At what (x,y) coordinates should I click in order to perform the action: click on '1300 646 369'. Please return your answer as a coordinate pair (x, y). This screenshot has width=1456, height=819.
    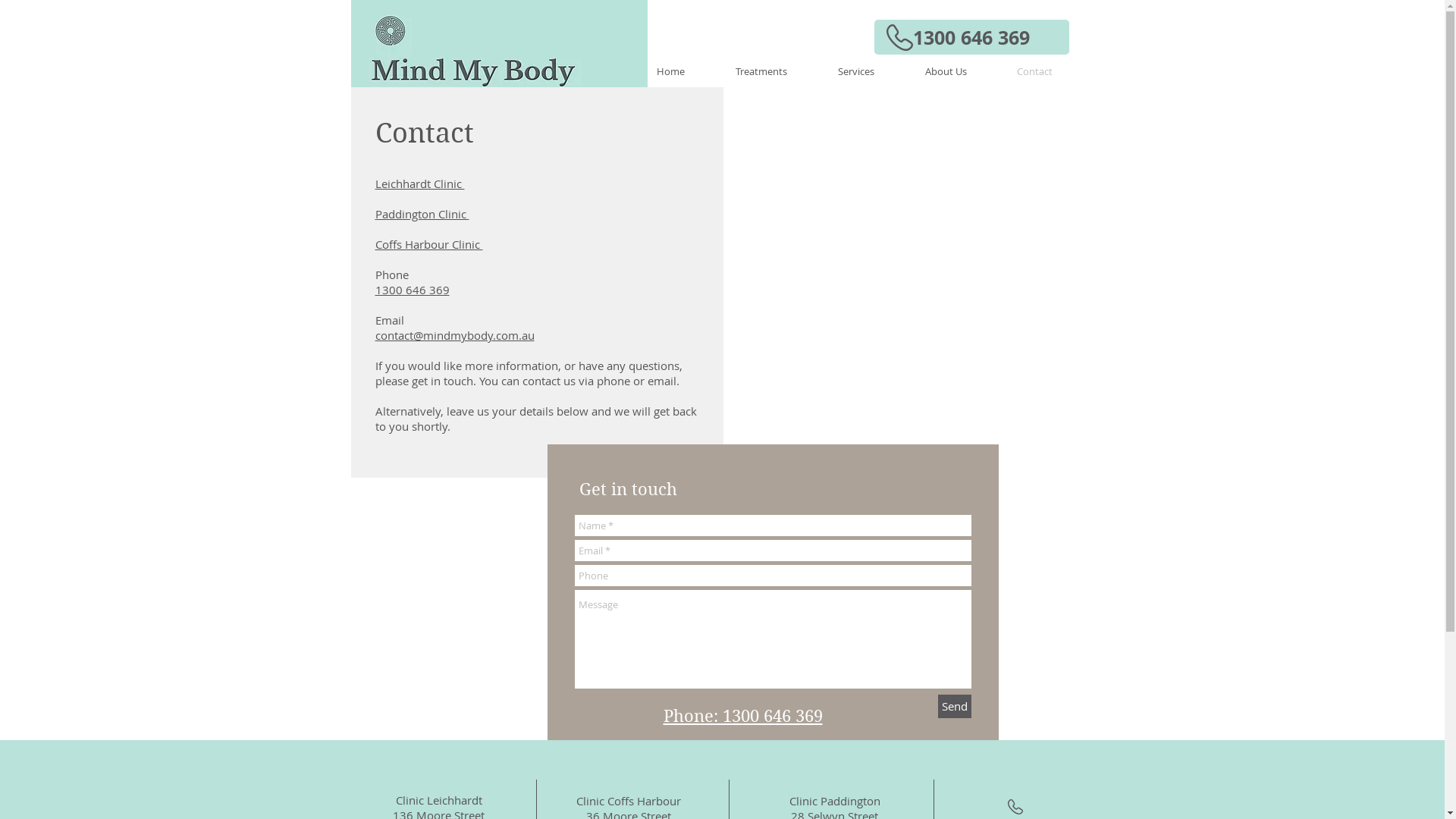
    Looking at the image, I should click on (874, 36).